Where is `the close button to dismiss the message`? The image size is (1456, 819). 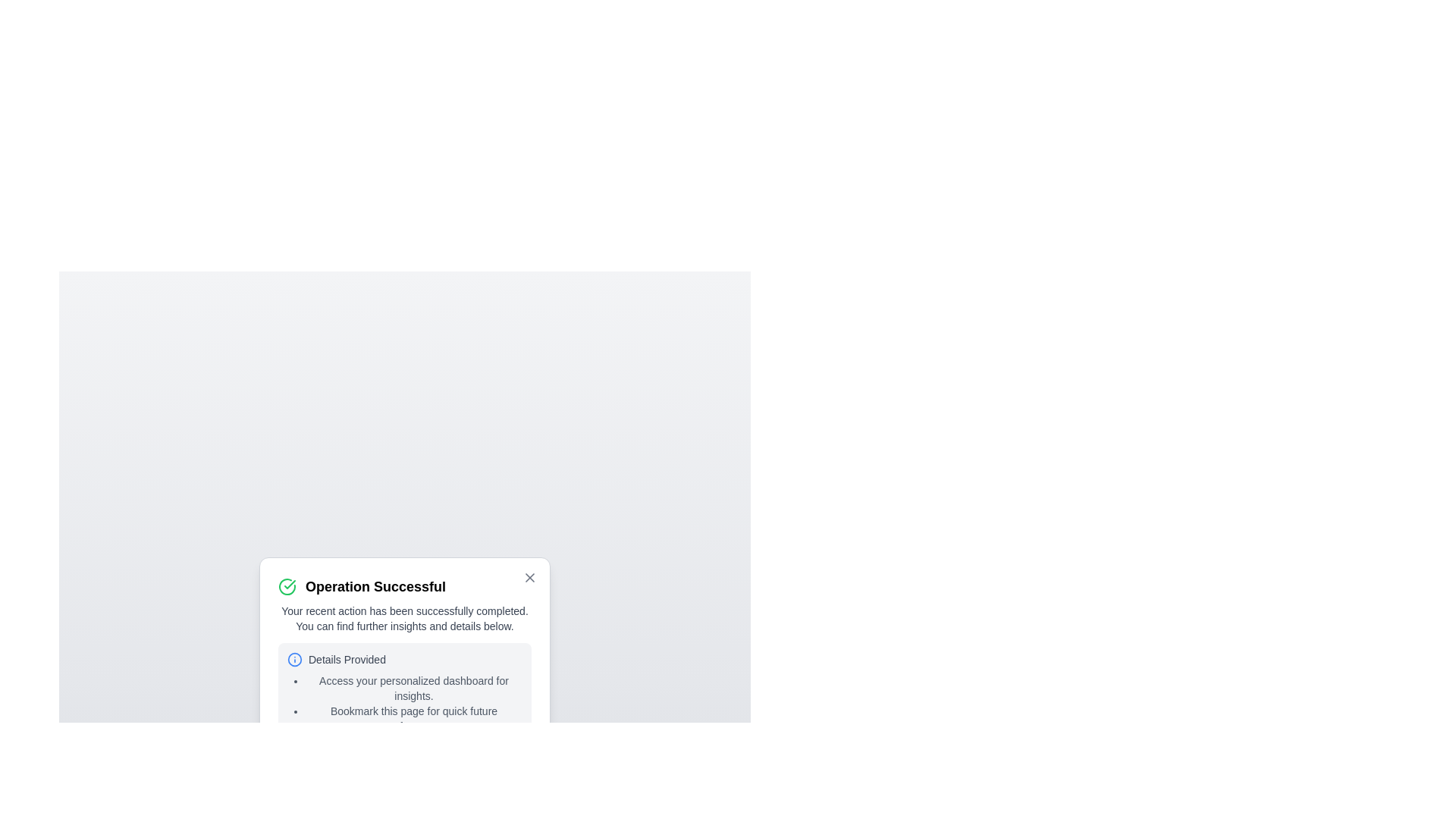 the close button to dismiss the message is located at coordinates (530, 578).